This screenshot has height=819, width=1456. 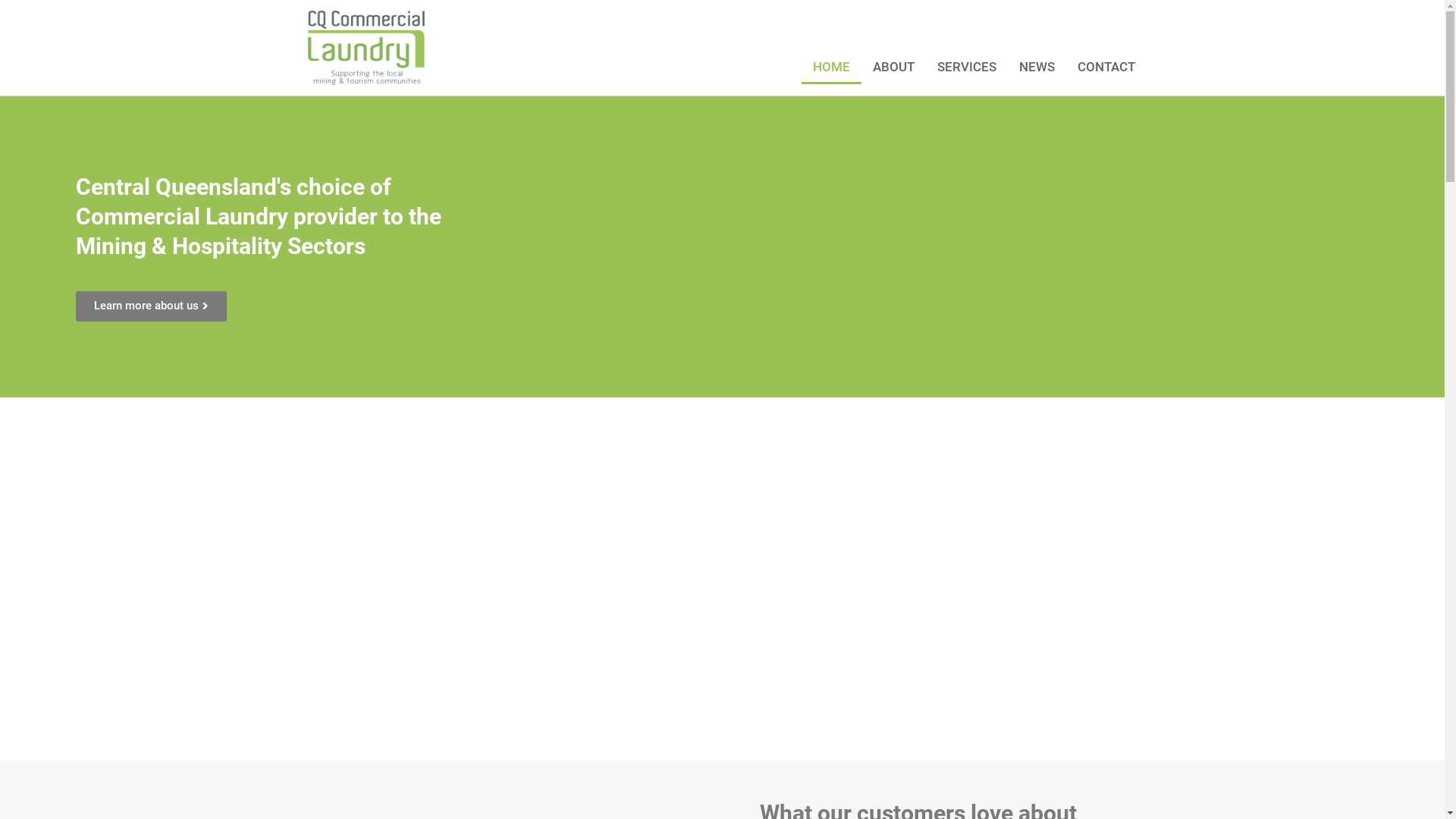 What do you see at coordinates (830, 66) in the screenshot?
I see `'HOME'` at bounding box center [830, 66].